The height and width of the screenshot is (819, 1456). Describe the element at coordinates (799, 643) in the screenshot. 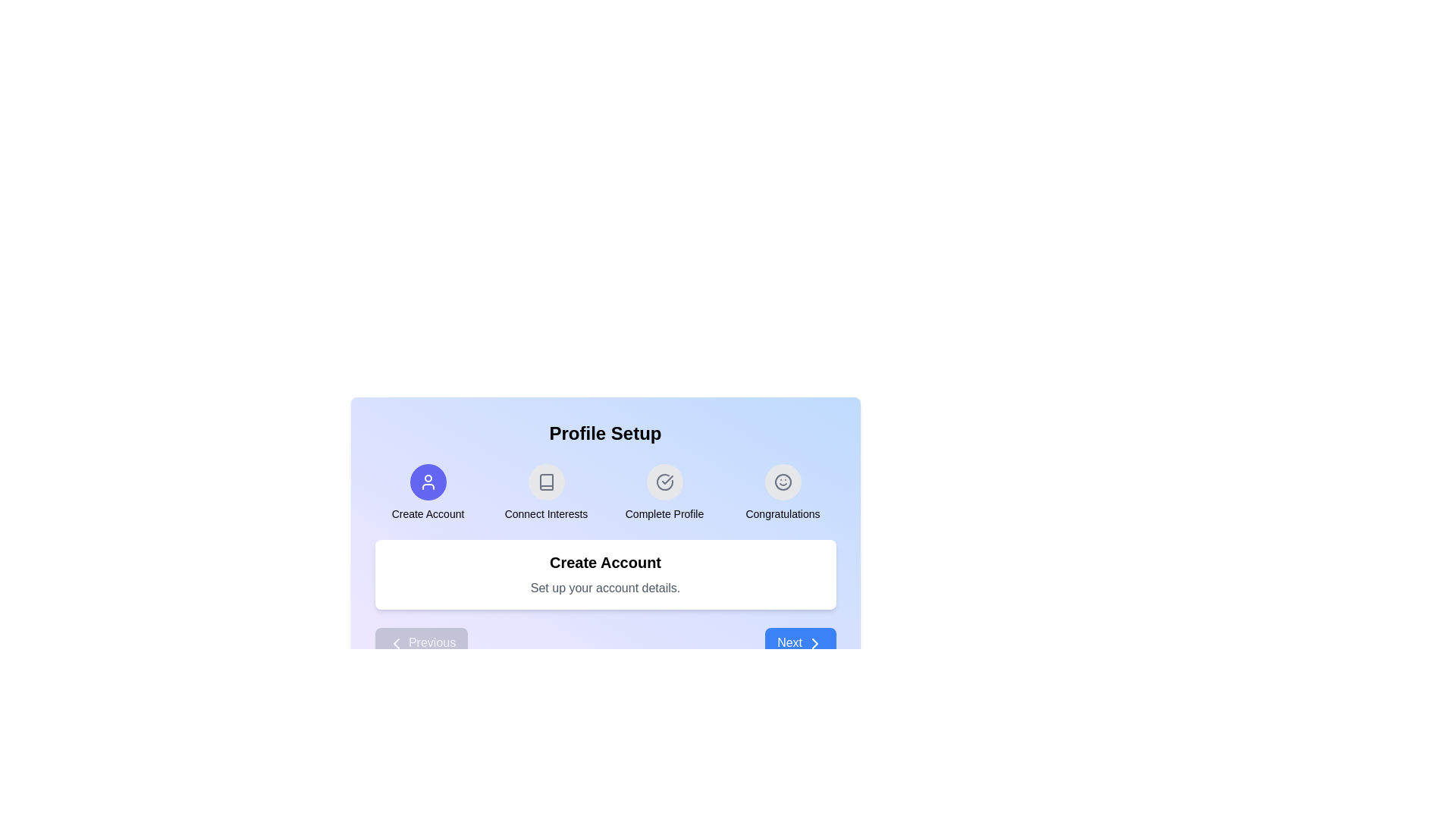

I see `the 'Next' button to proceed to the next stage` at that location.